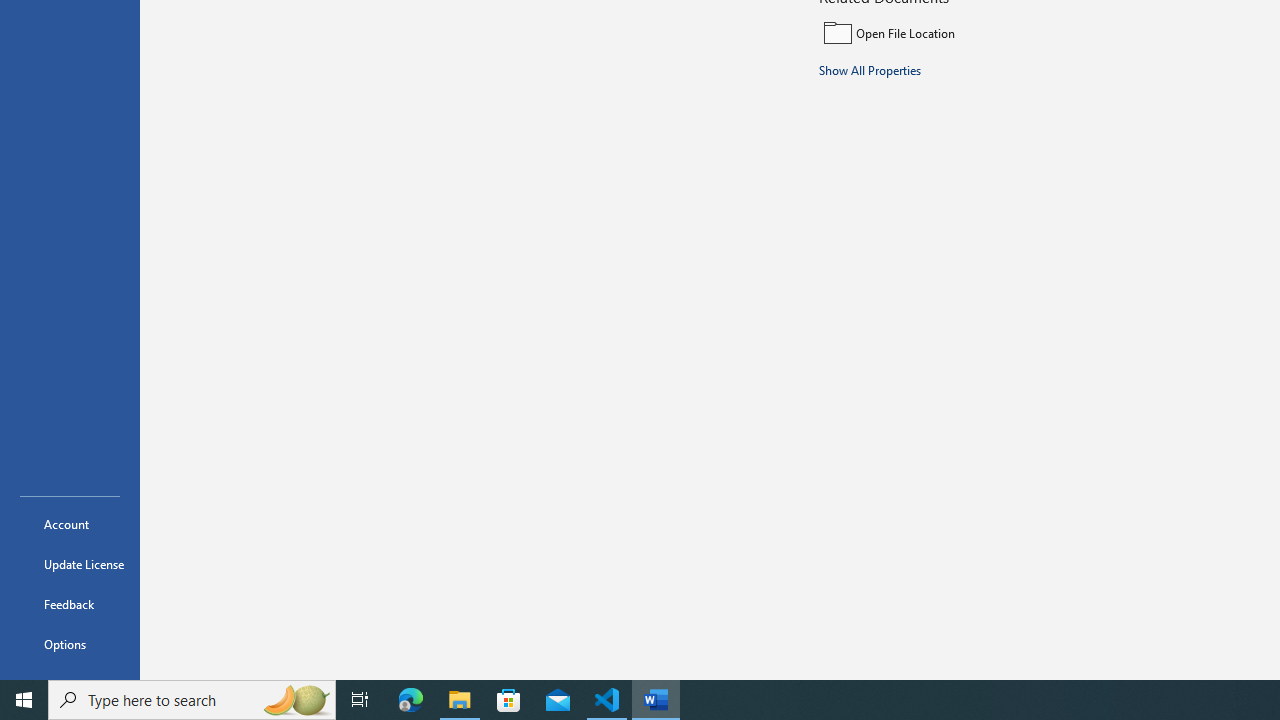 The image size is (1280, 720). Describe the element at coordinates (69, 564) in the screenshot. I see `'Update License'` at that location.